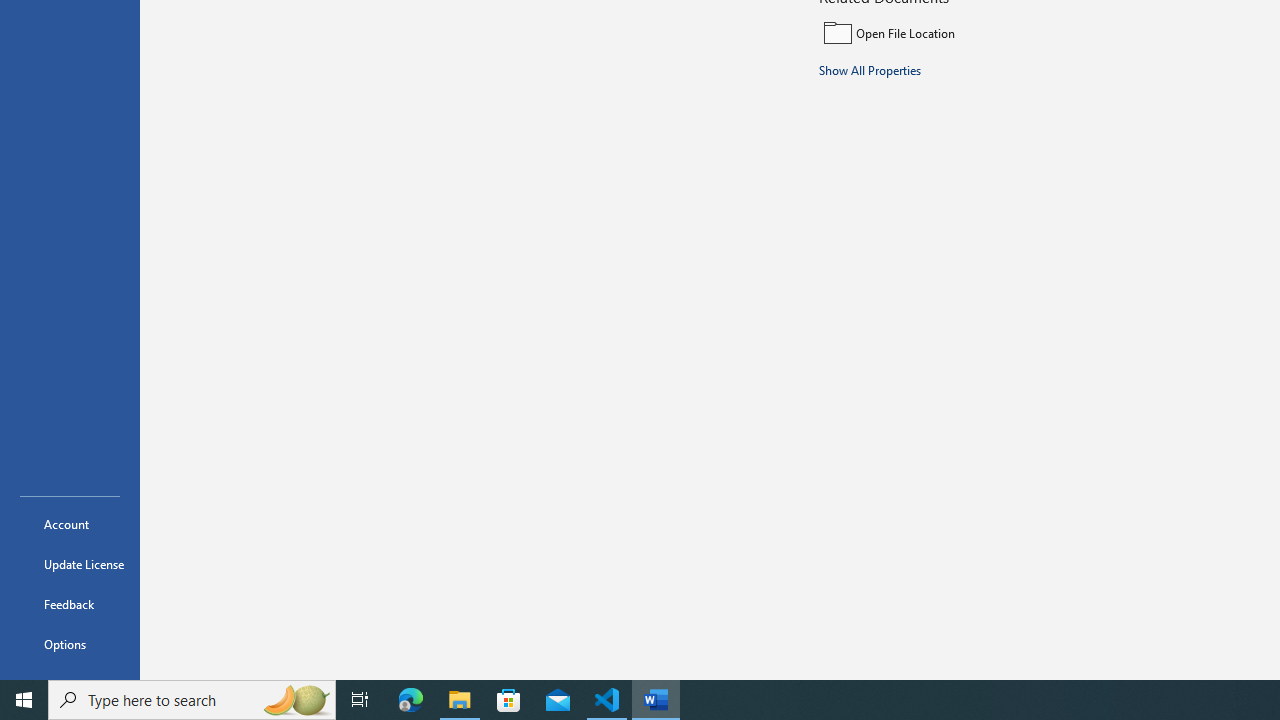 The image size is (1280, 720). Describe the element at coordinates (69, 564) in the screenshot. I see `'Update License'` at that location.